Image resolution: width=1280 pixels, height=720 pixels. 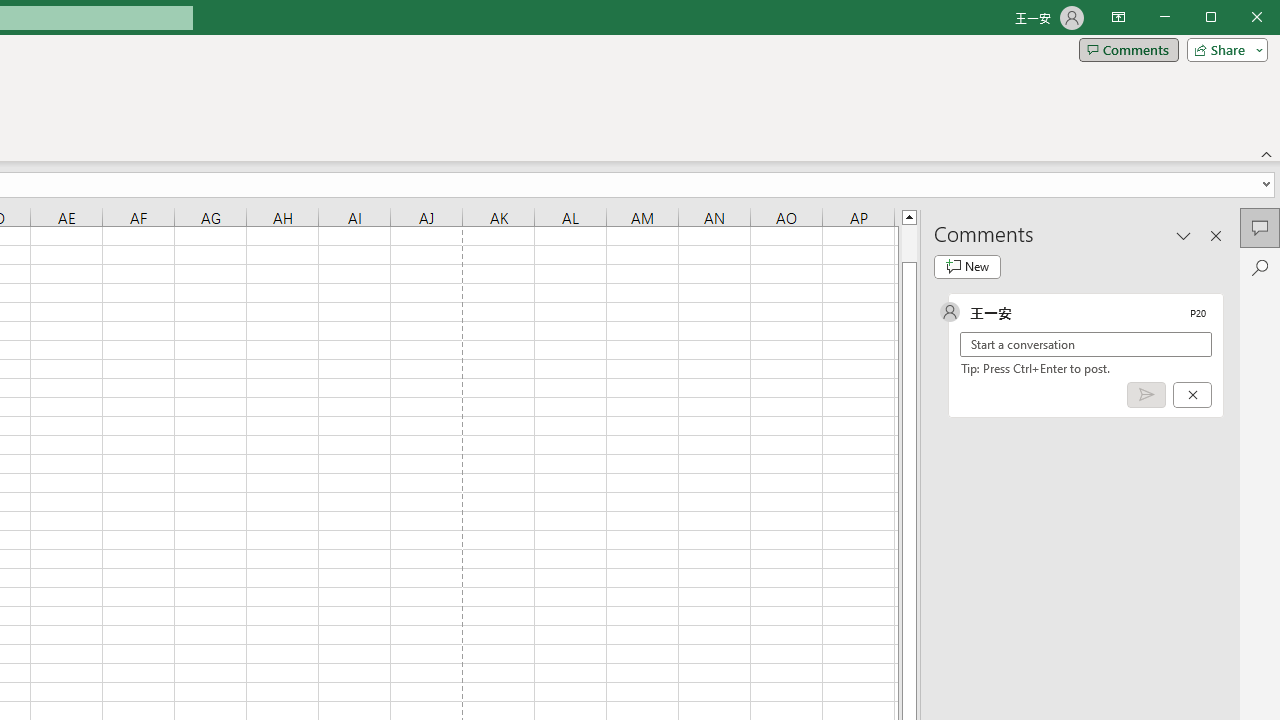 I want to click on 'Page up', so click(x=908, y=242).